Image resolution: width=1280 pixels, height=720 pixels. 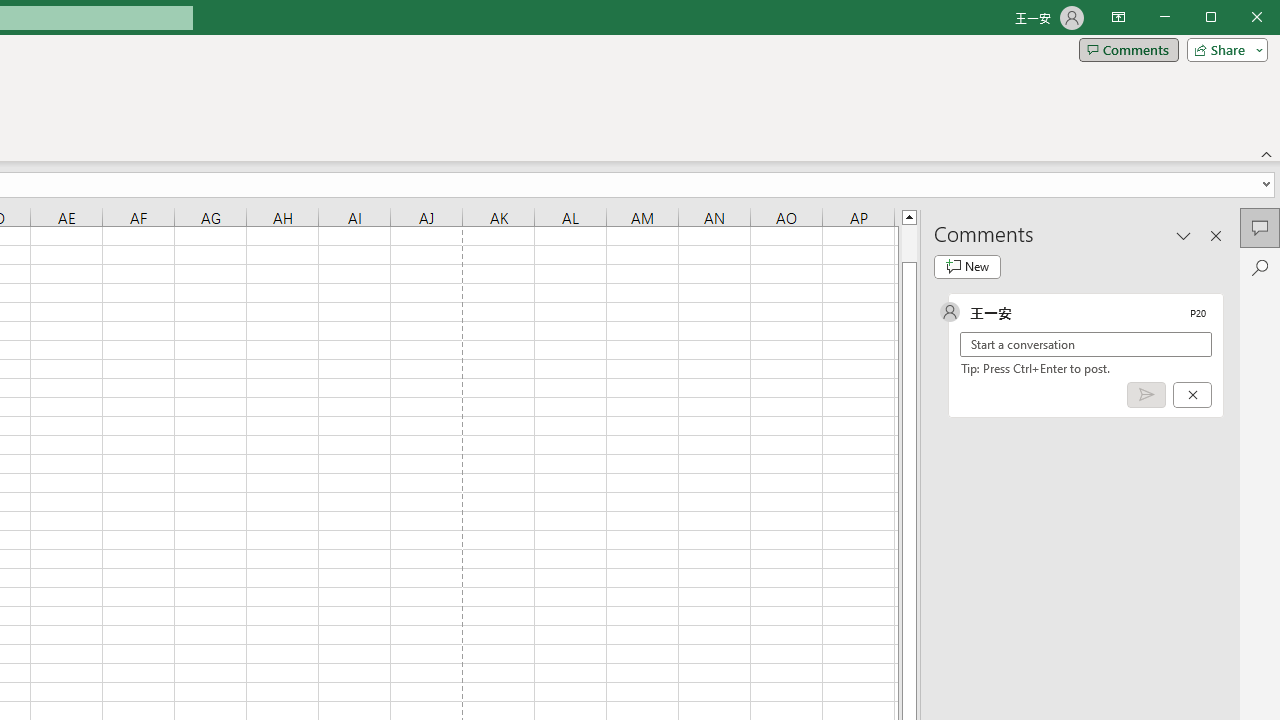 I want to click on 'Page up', so click(x=908, y=242).